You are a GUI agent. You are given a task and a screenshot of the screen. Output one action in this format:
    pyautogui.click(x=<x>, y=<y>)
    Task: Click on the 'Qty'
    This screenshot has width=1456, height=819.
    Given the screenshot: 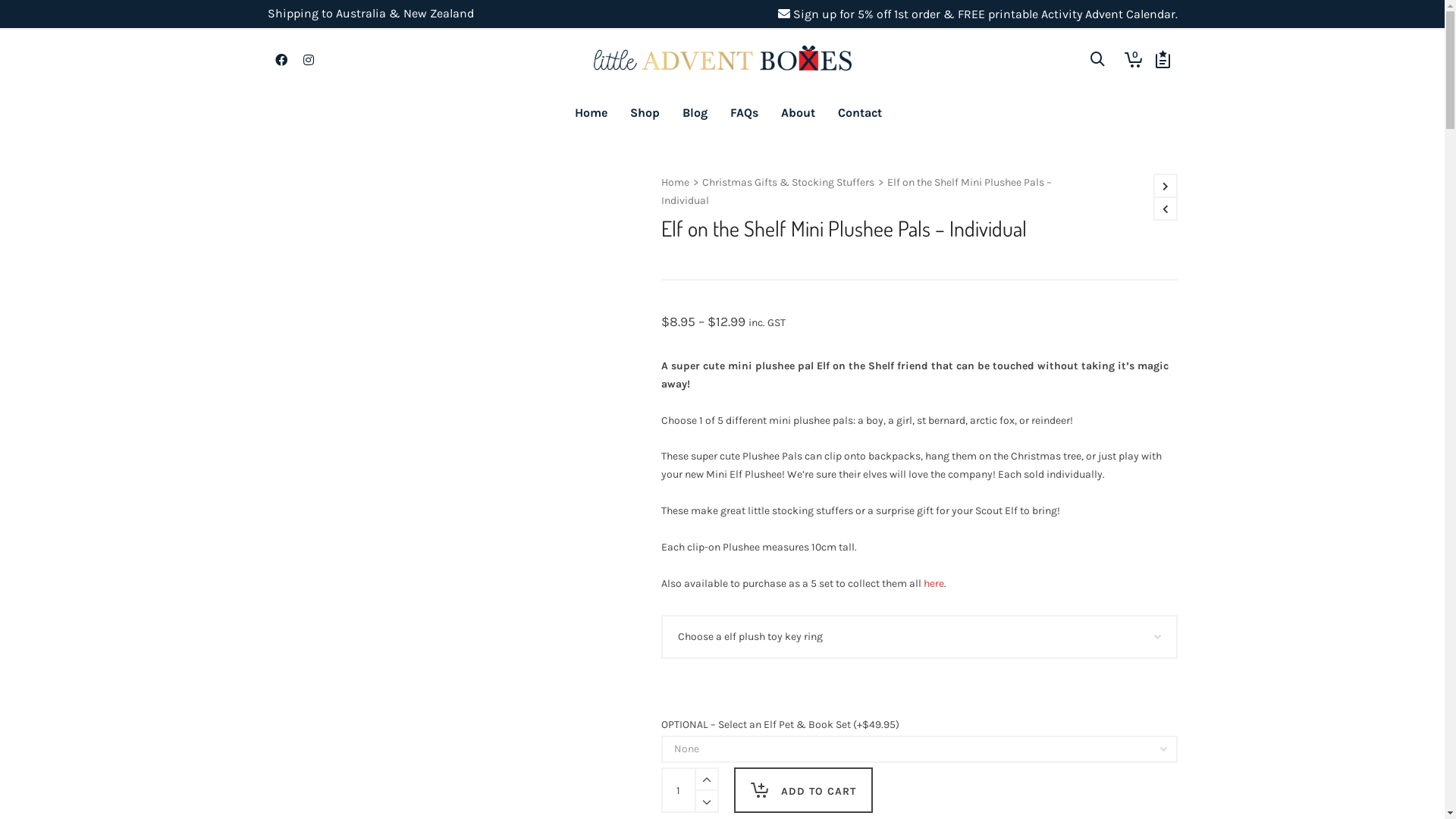 What is the action you would take?
    pyautogui.click(x=677, y=789)
    